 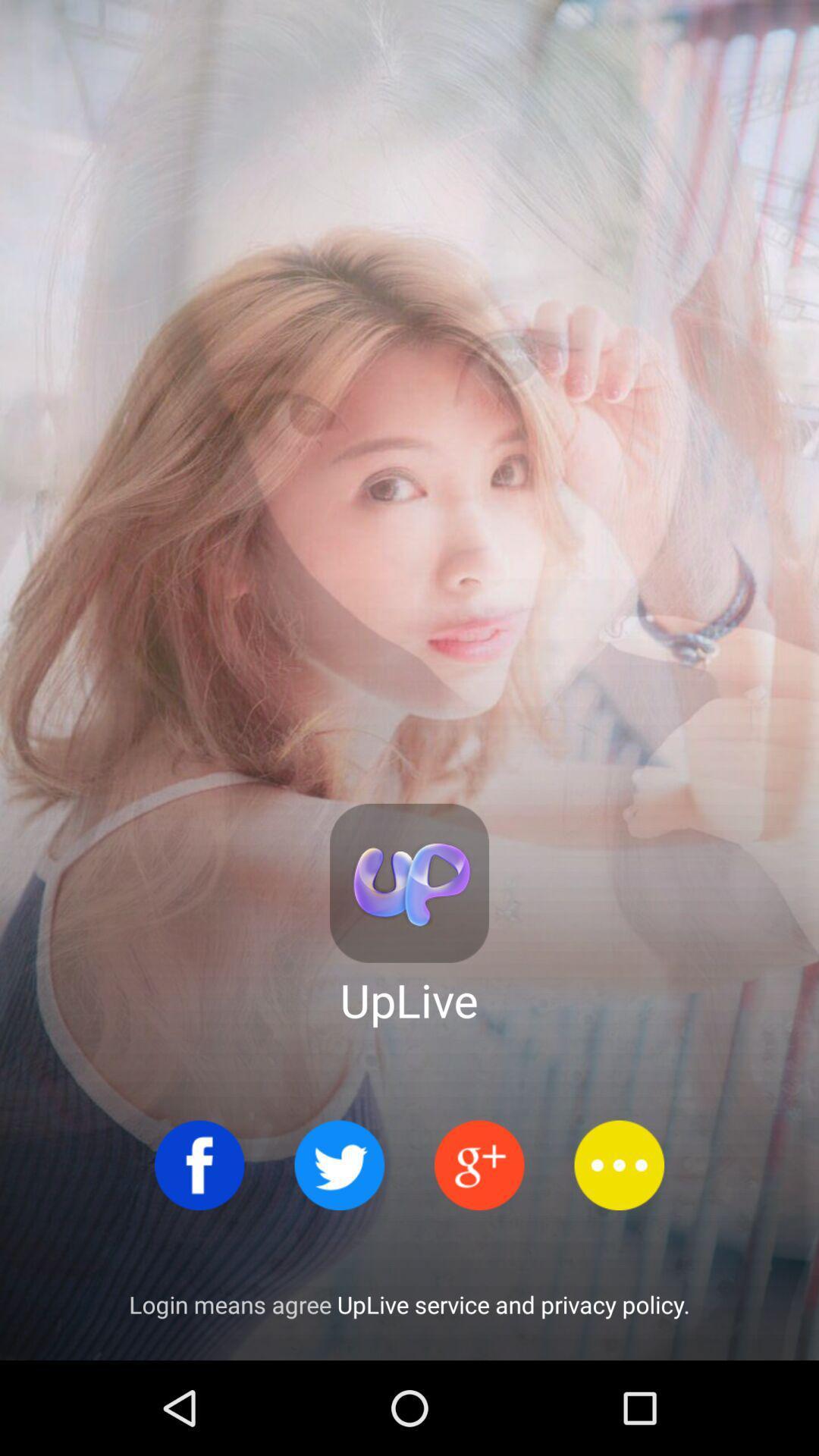 What do you see at coordinates (479, 1164) in the screenshot?
I see `the group icon` at bounding box center [479, 1164].